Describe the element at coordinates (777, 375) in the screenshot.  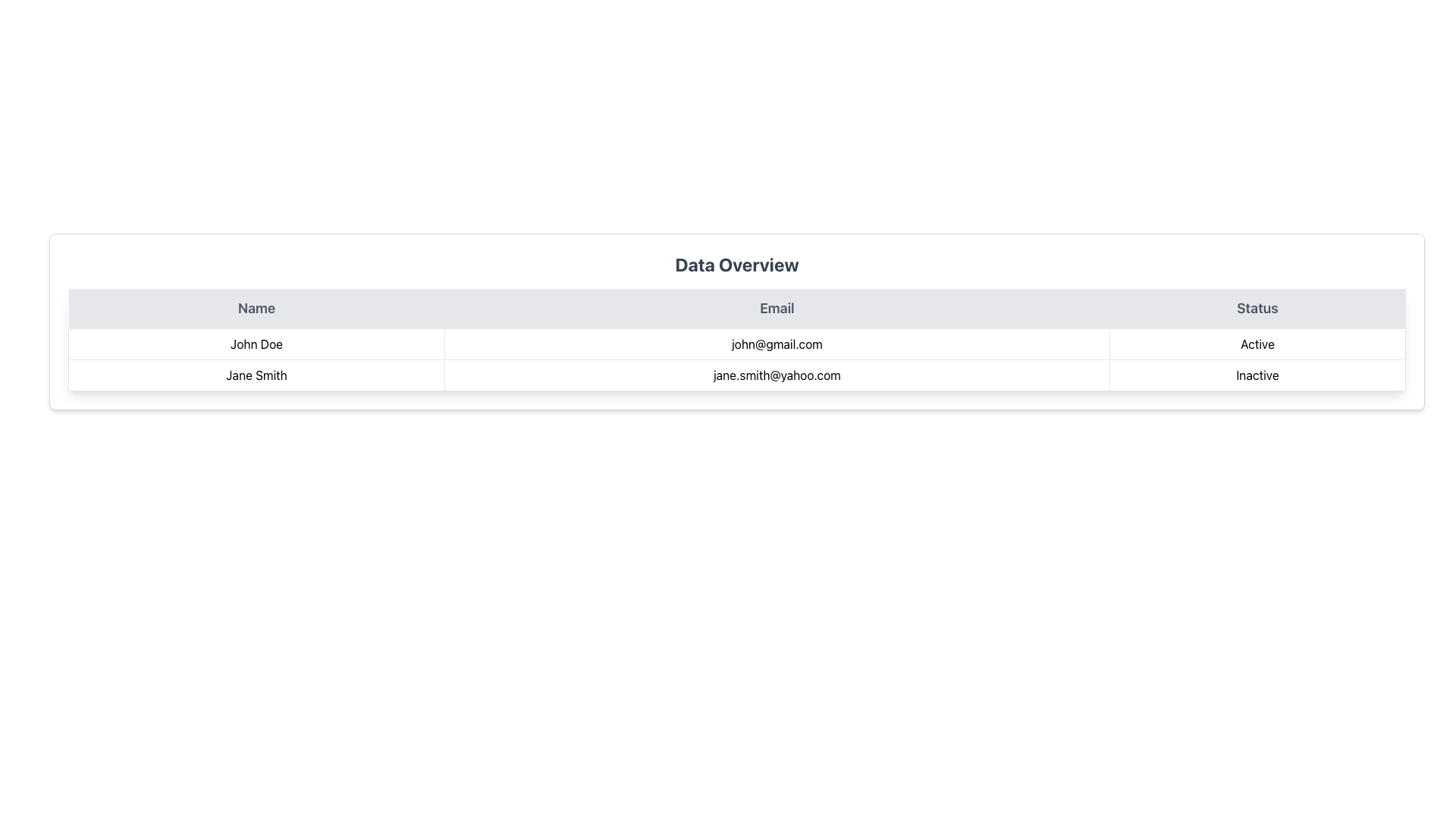
I see `the static text displaying the user's email address in the second row of the table under the 'Email' column` at that location.